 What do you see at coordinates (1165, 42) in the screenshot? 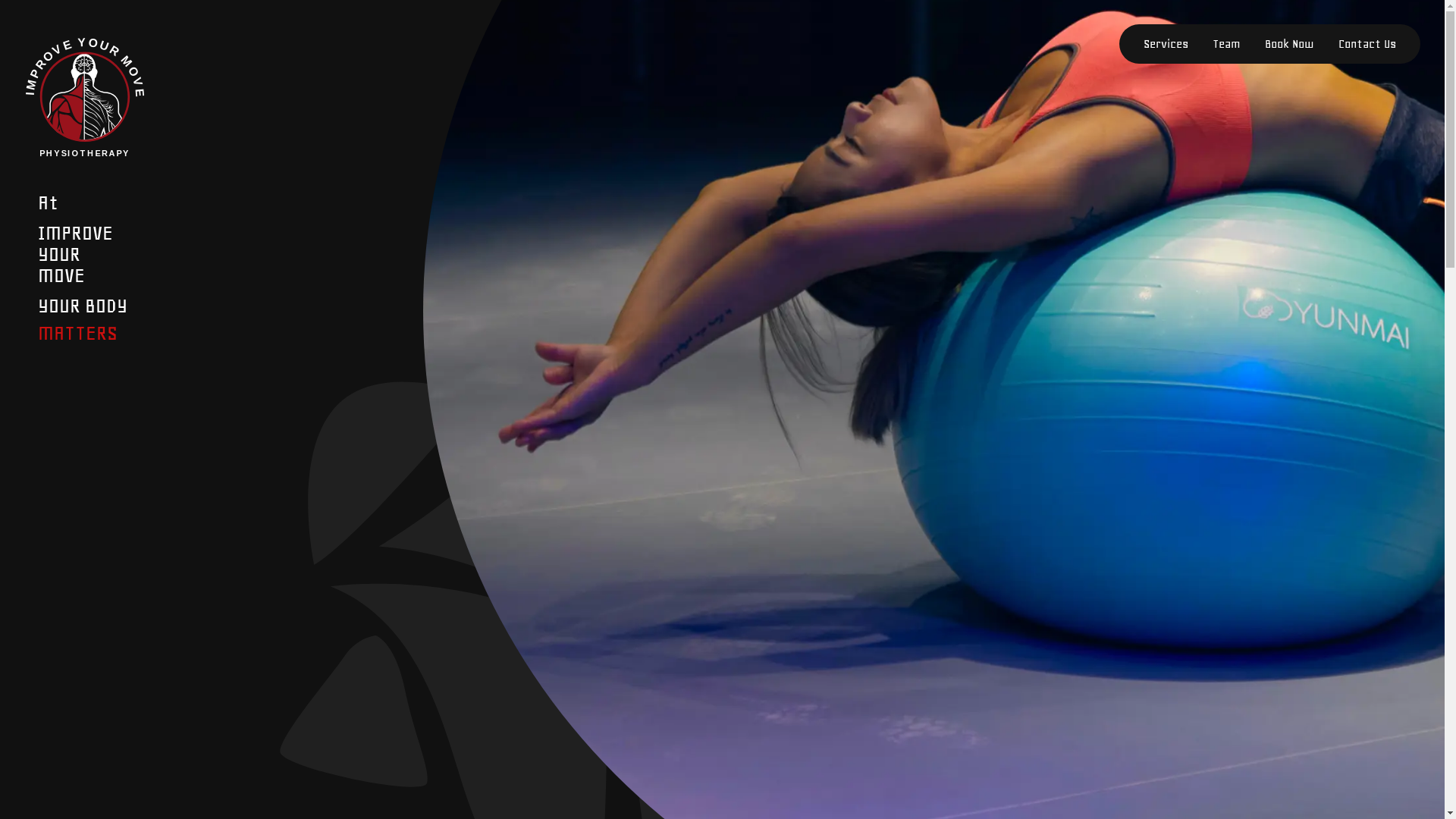
I see `'Services'` at bounding box center [1165, 42].